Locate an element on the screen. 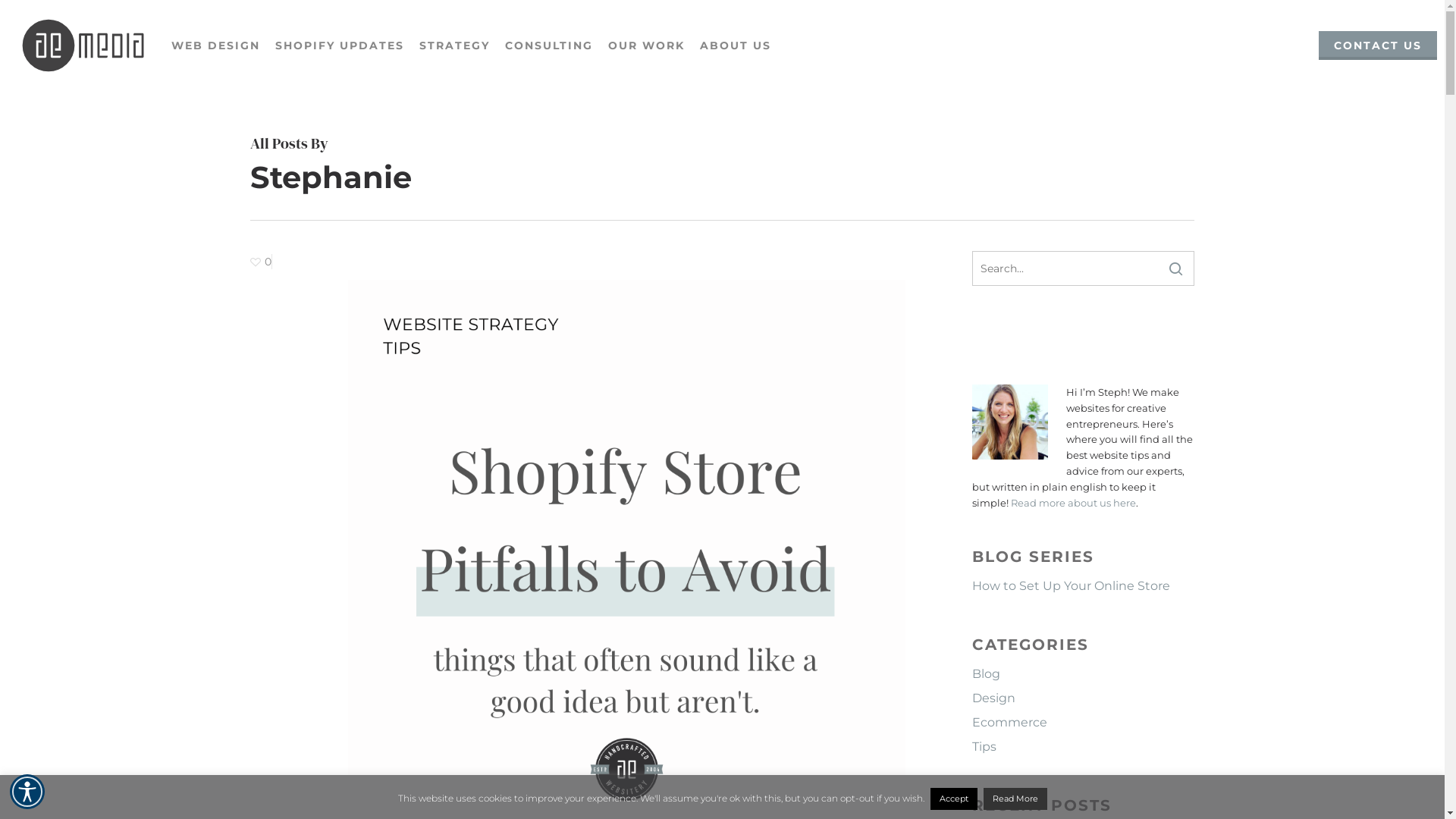 The image size is (1456, 819). '0' is located at coordinates (261, 261).